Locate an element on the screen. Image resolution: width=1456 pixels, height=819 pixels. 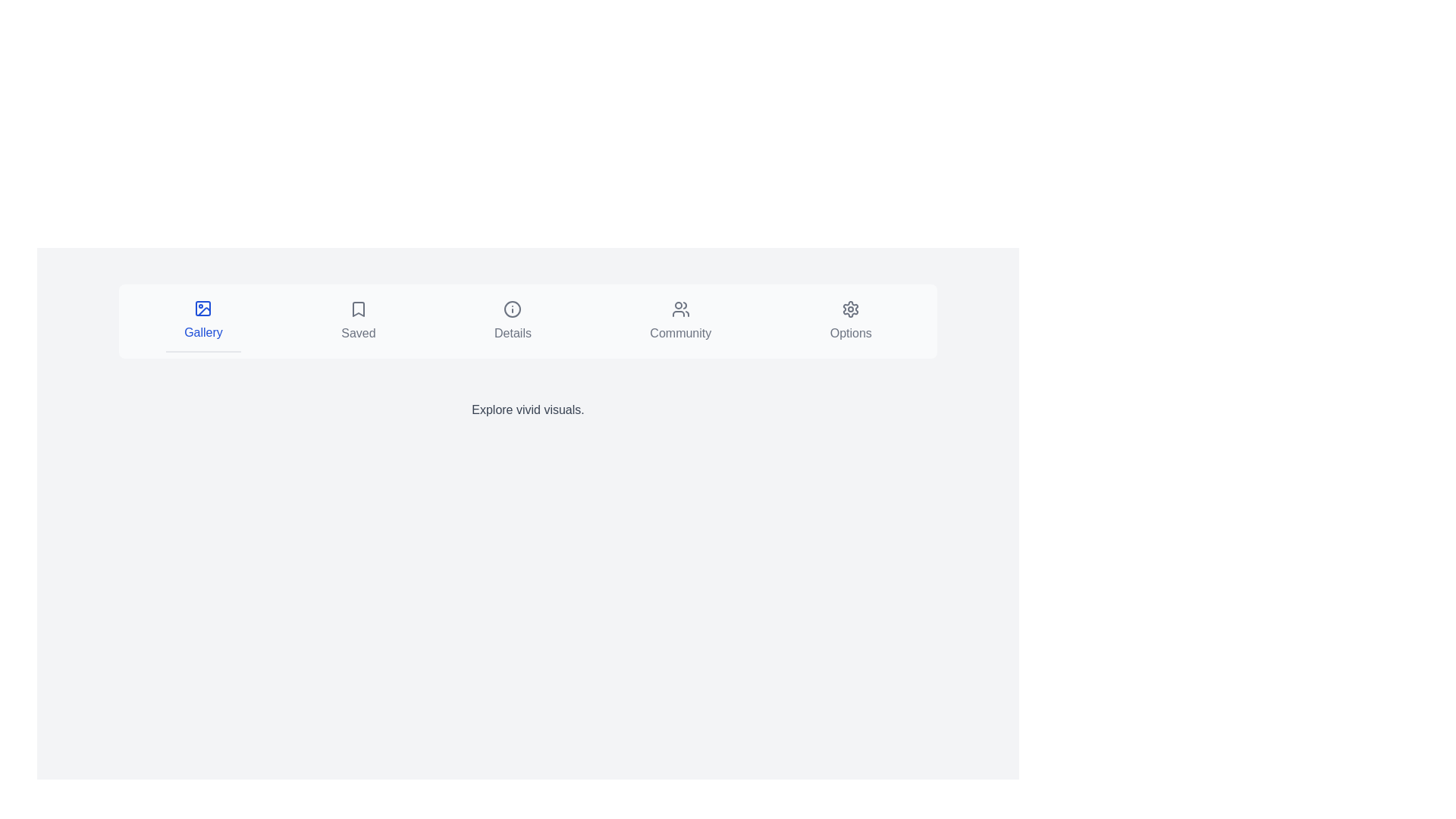
the tab labeled 'Options' to navigate to its content is located at coordinates (851, 321).